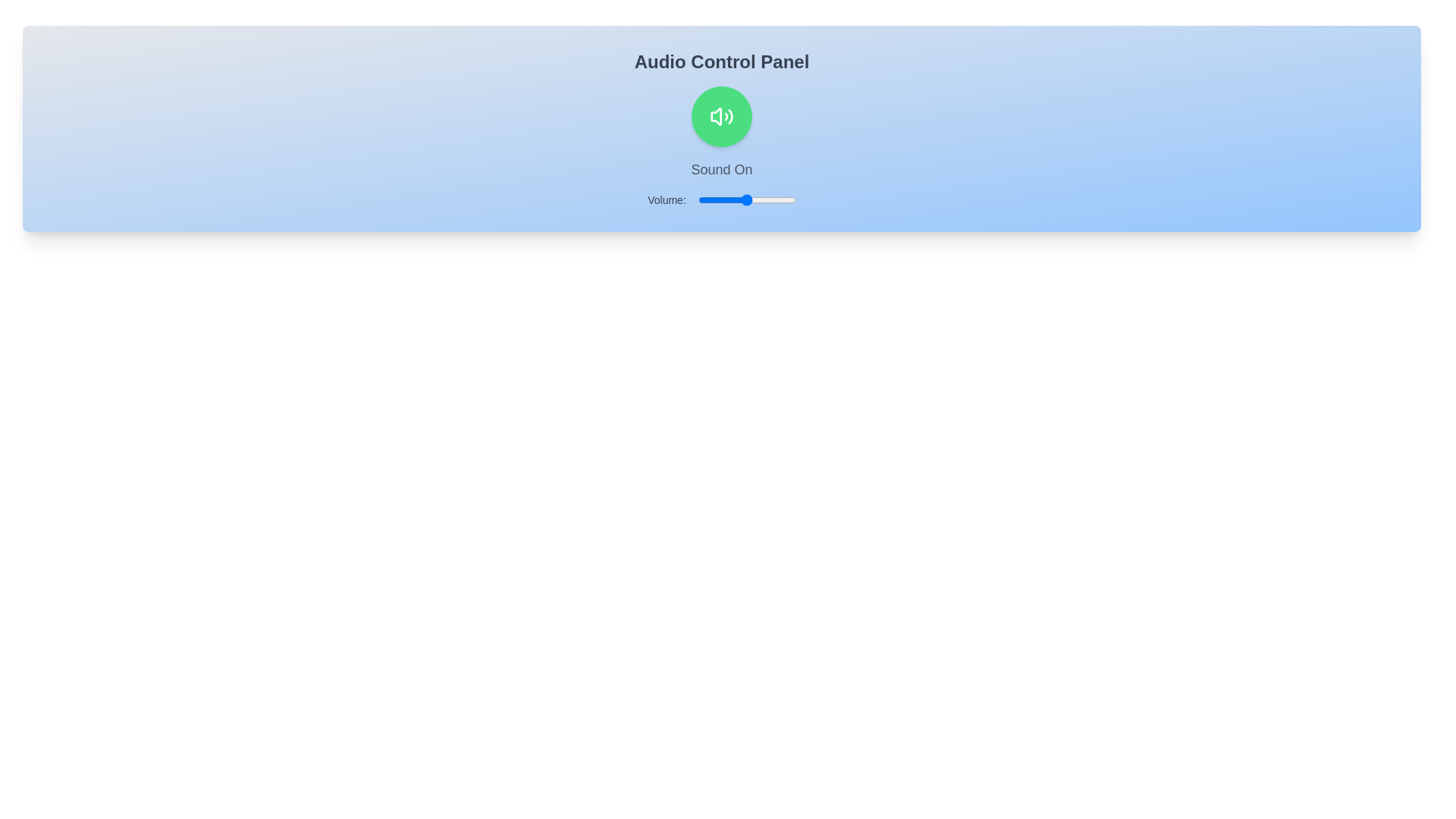 The image size is (1456, 819). I want to click on the volume slider to set the volume to 53%, so click(750, 199).